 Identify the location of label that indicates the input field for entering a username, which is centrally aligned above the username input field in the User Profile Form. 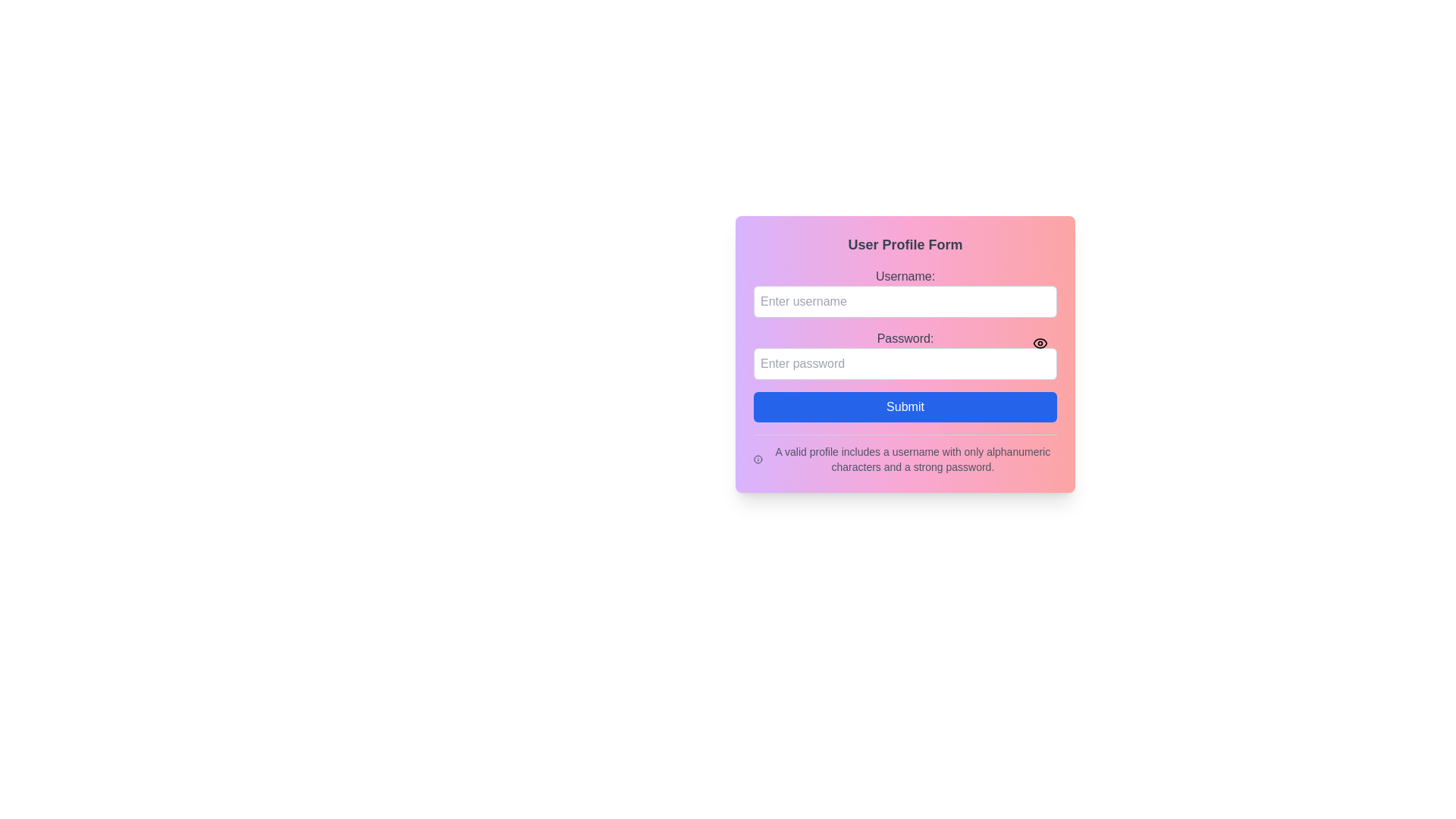
(905, 292).